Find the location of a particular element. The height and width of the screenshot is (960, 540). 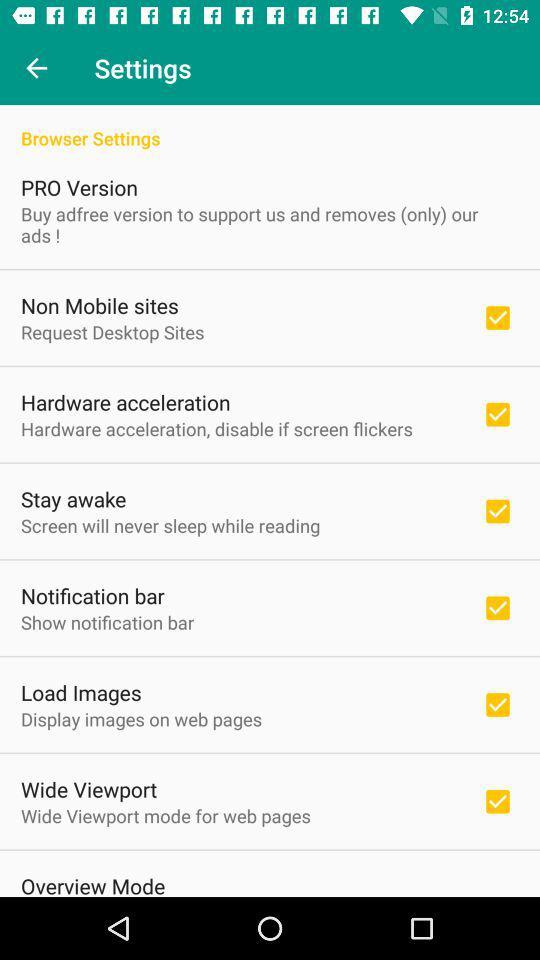

the buy adfree version item is located at coordinates (270, 224).